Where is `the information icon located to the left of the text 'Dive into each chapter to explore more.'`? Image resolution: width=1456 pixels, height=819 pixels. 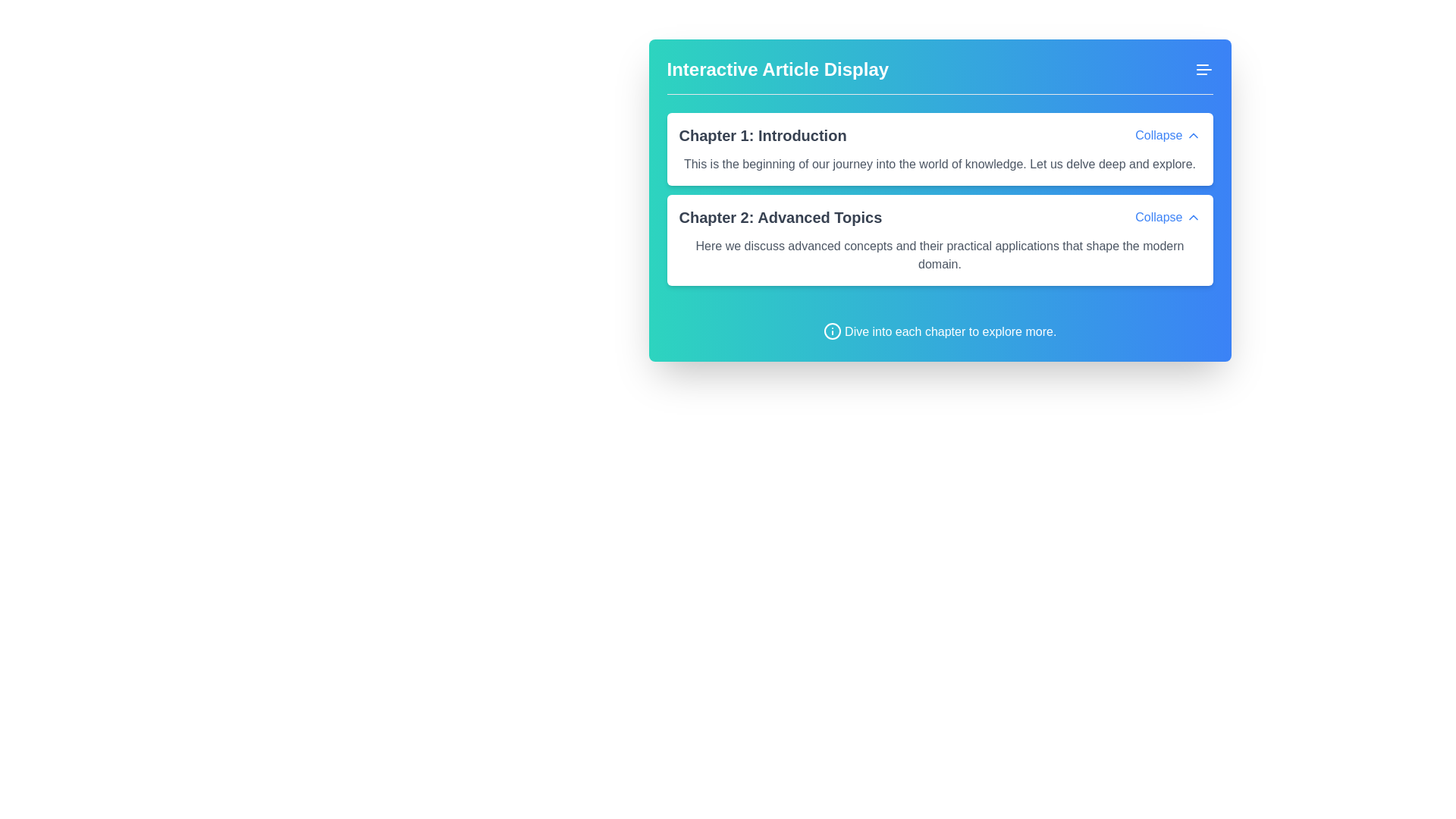 the information icon located to the left of the text 'Dive into each chapter to explore more.' is located at coordinates (831, 330).